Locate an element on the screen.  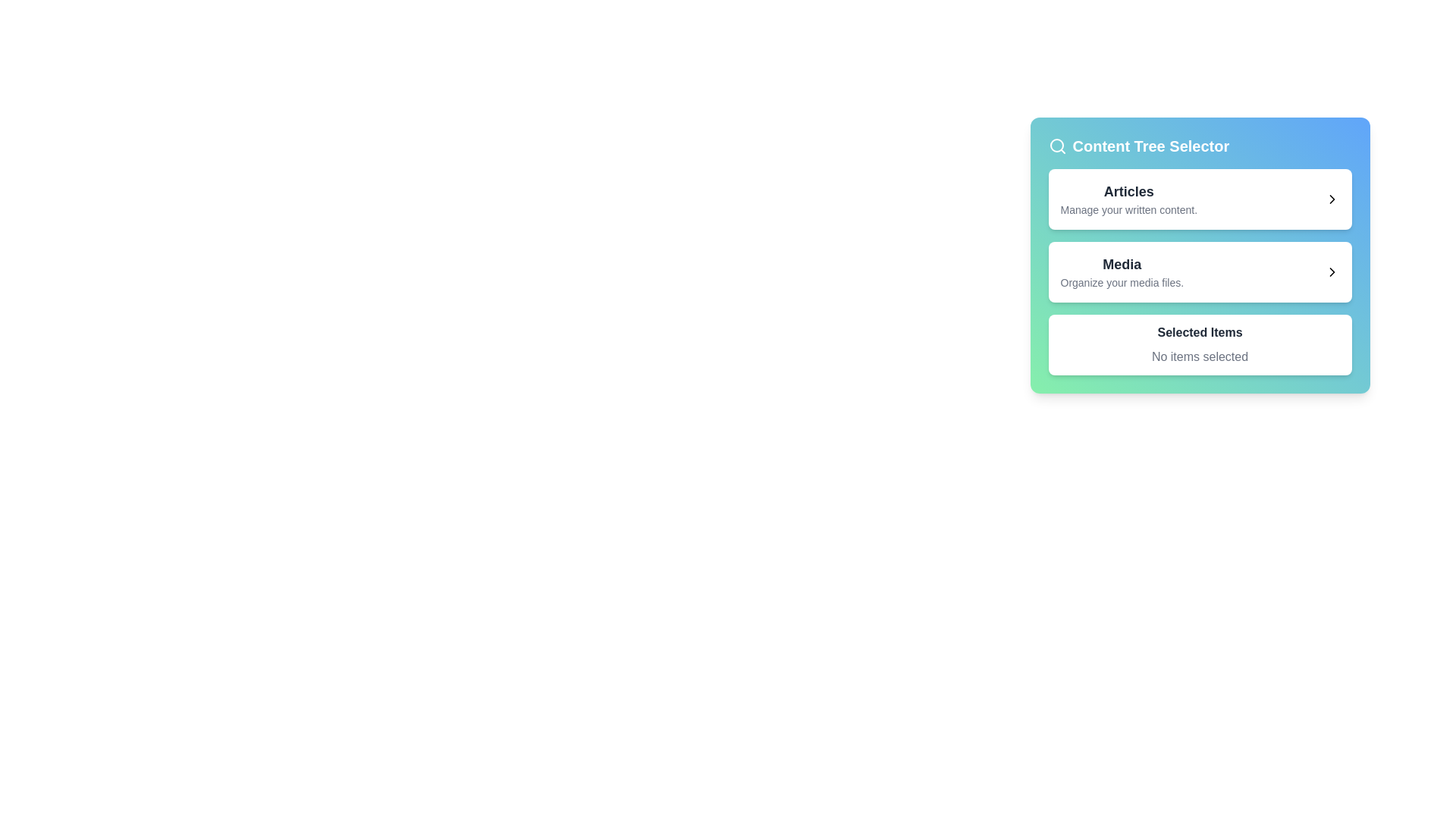
the decorative circular shape located at the center of the magnifying glass portion of the search icon in the top-left corner of the 'Content Tree Selector' panel is located at coordinates (1056, 146).